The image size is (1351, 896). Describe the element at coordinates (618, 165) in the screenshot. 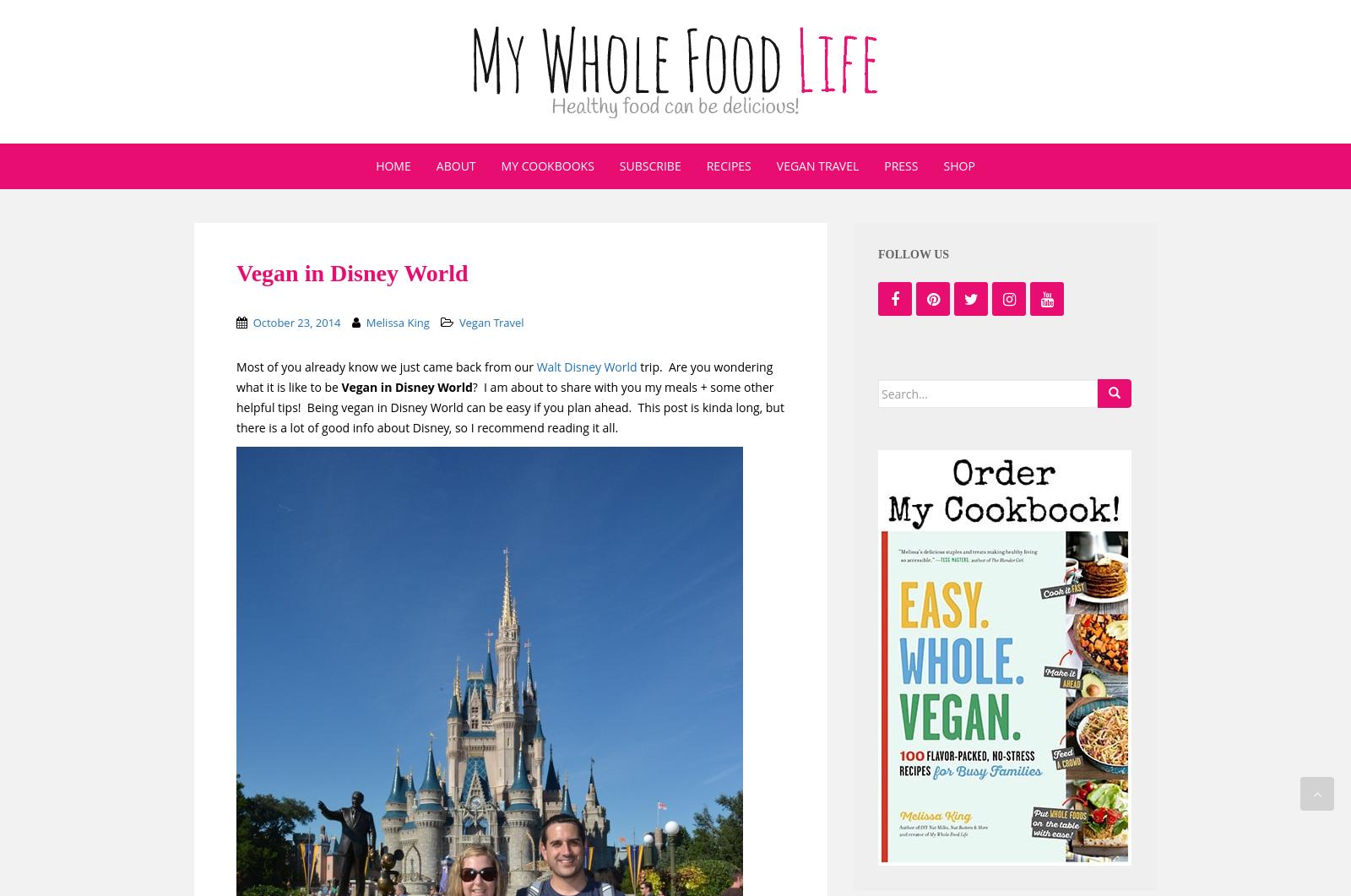

I see `'Subscribe'` at that location.